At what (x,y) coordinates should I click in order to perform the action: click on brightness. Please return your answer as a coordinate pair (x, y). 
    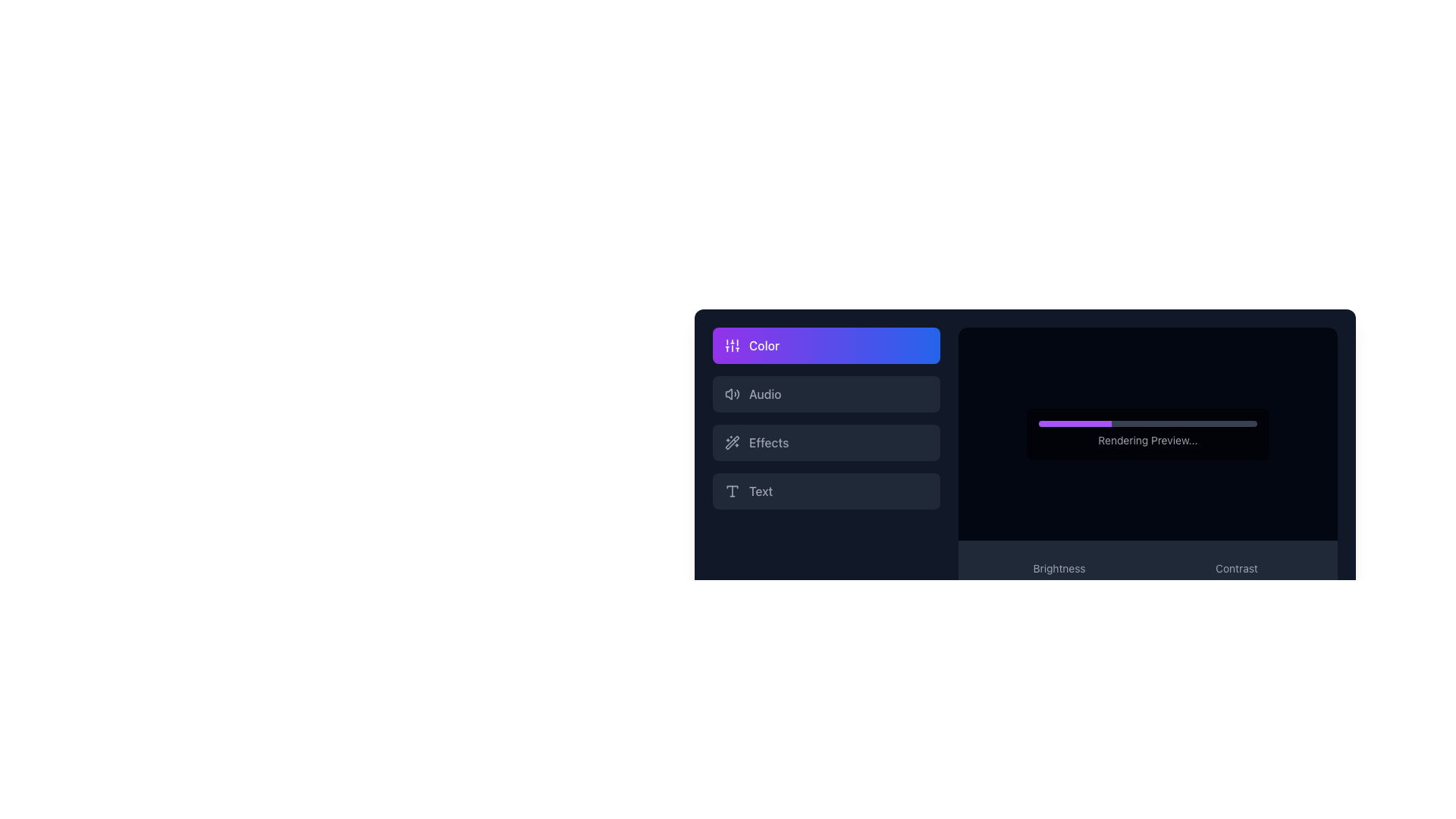
    Looking at the image, I should click on (1025, 588).